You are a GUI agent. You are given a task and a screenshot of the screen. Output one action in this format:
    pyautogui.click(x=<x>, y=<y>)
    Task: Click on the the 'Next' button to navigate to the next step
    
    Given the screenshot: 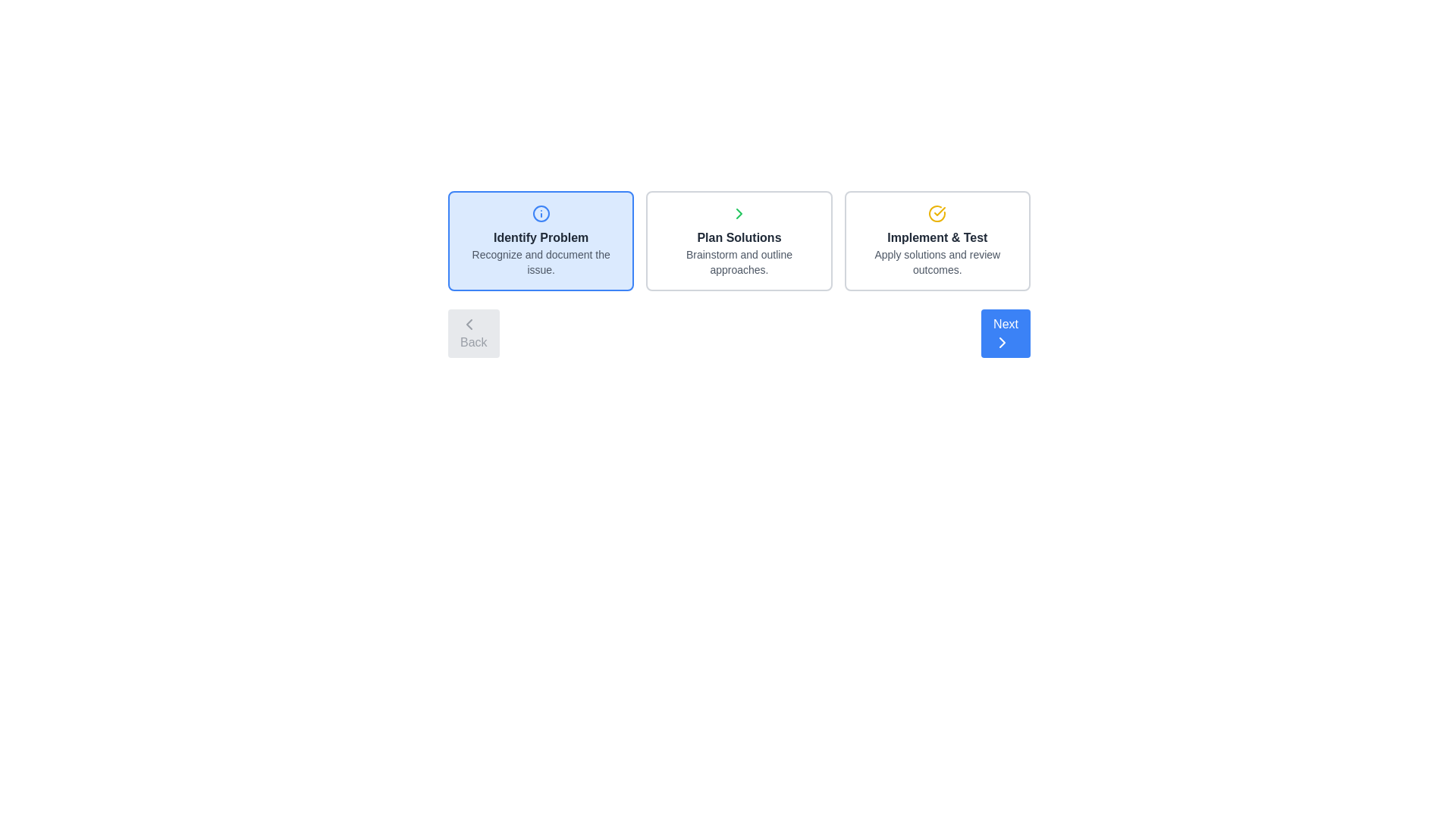 What is the action you would take?
    pyautogui.click(x=1005, y=332)
    